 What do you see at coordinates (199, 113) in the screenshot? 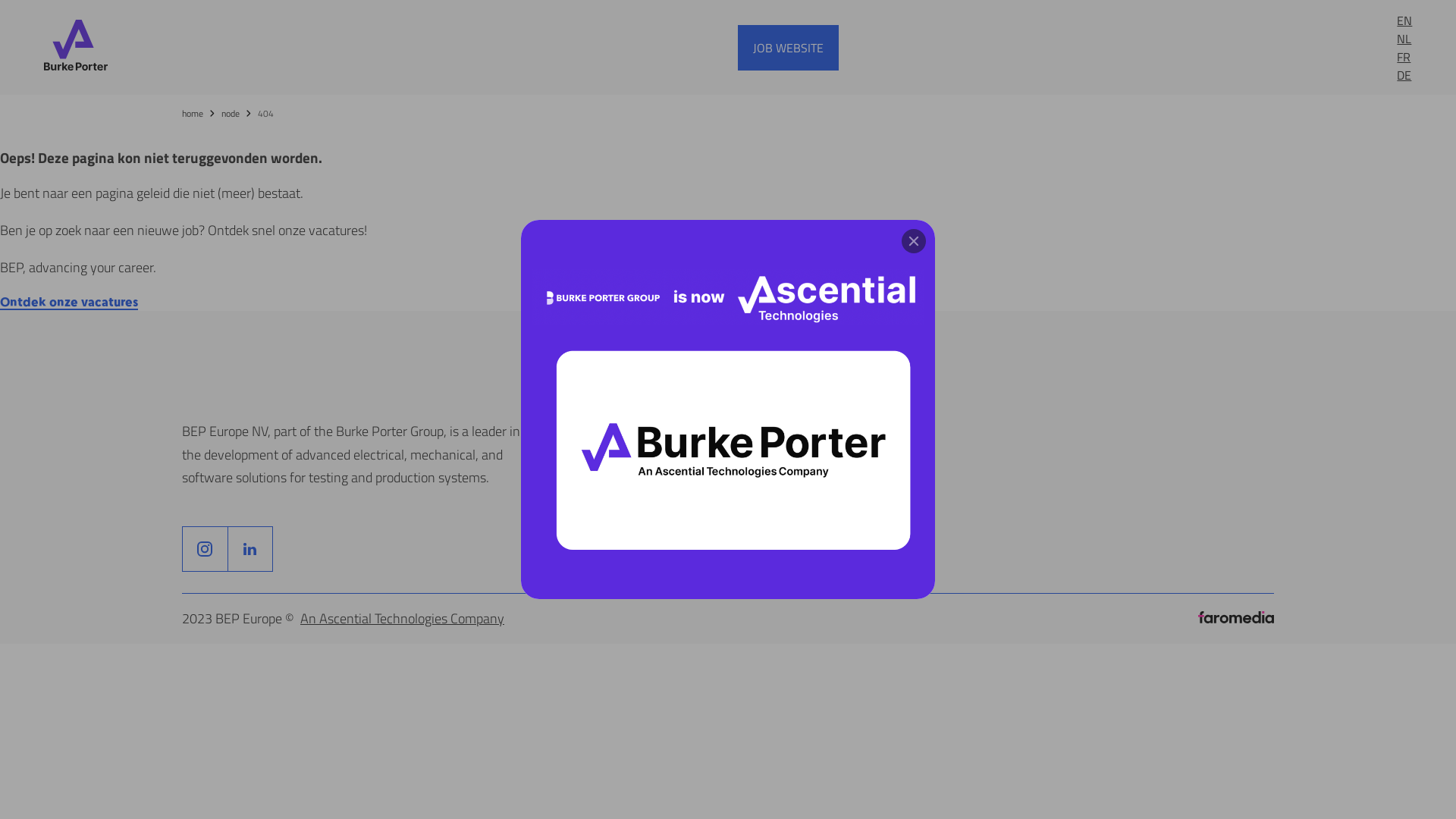
I see `'home'` at bounding box center [199, 113].